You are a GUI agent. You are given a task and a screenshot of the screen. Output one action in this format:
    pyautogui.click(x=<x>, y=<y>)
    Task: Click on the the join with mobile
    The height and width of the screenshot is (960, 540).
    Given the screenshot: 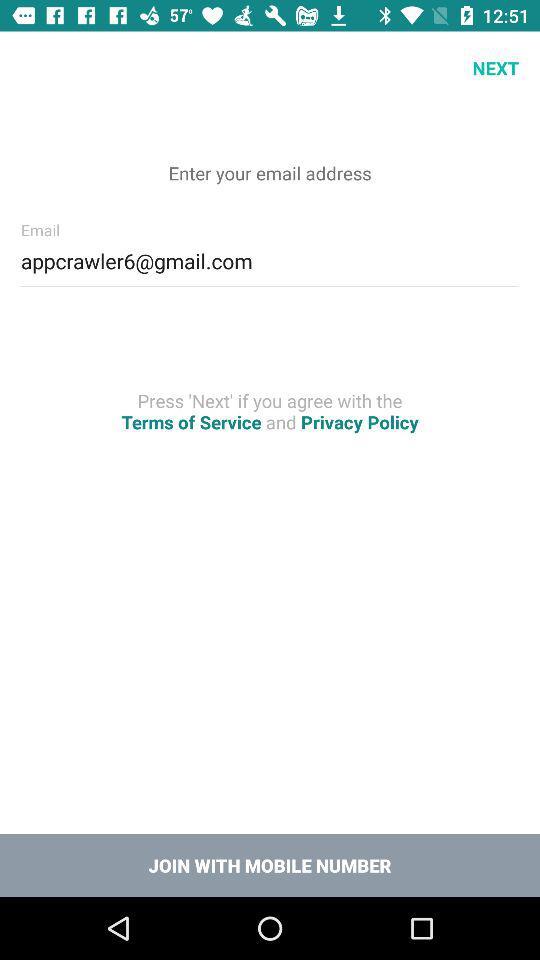 What is the action you would take?
    pyautogui.click(x=270, y=864)
    